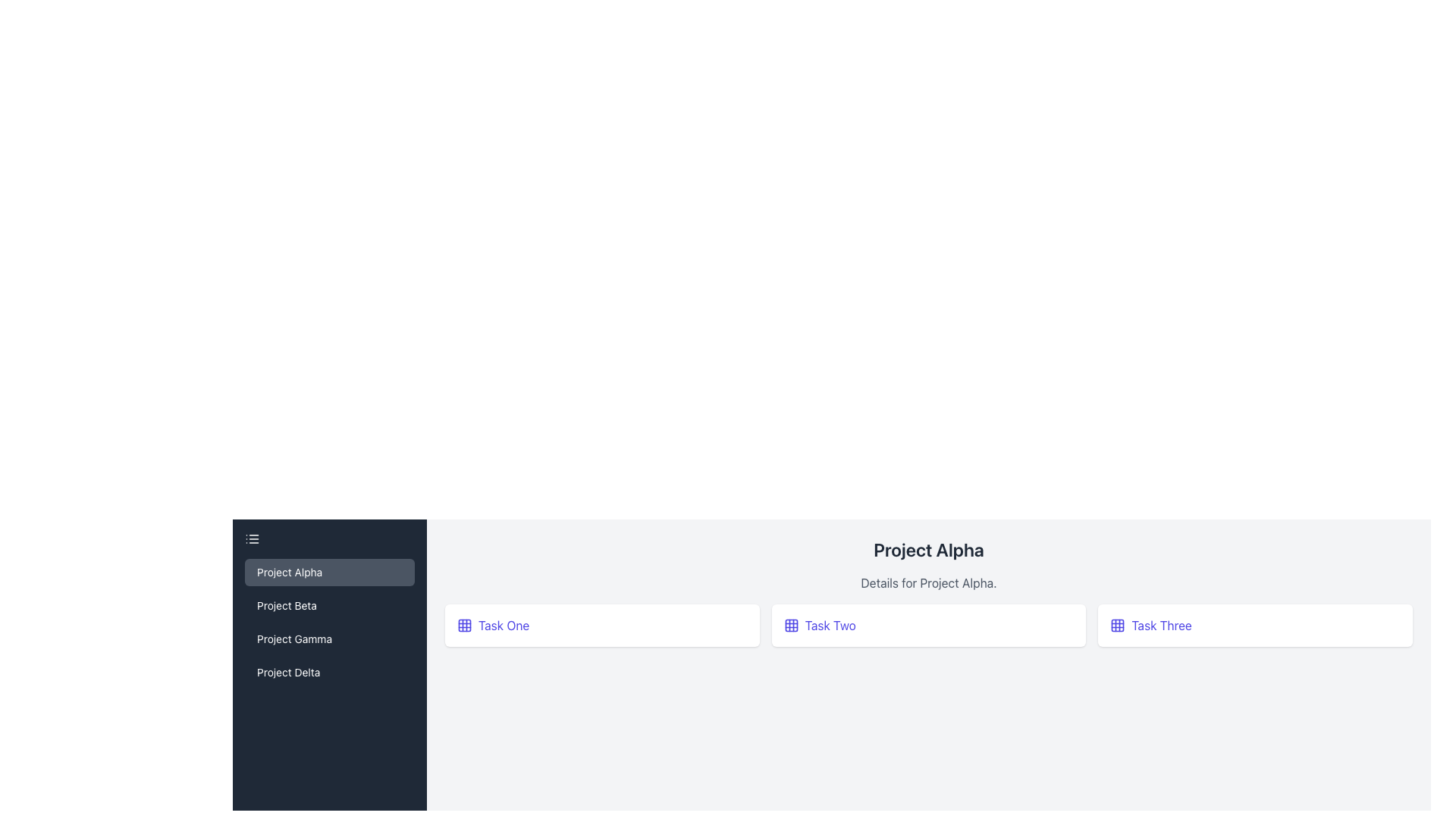  I want to click on the static text element displaying 'Details for Project Alpha.' which is positioned below the heading 'Project Alpha' and above the task grid, so click(927, 582).